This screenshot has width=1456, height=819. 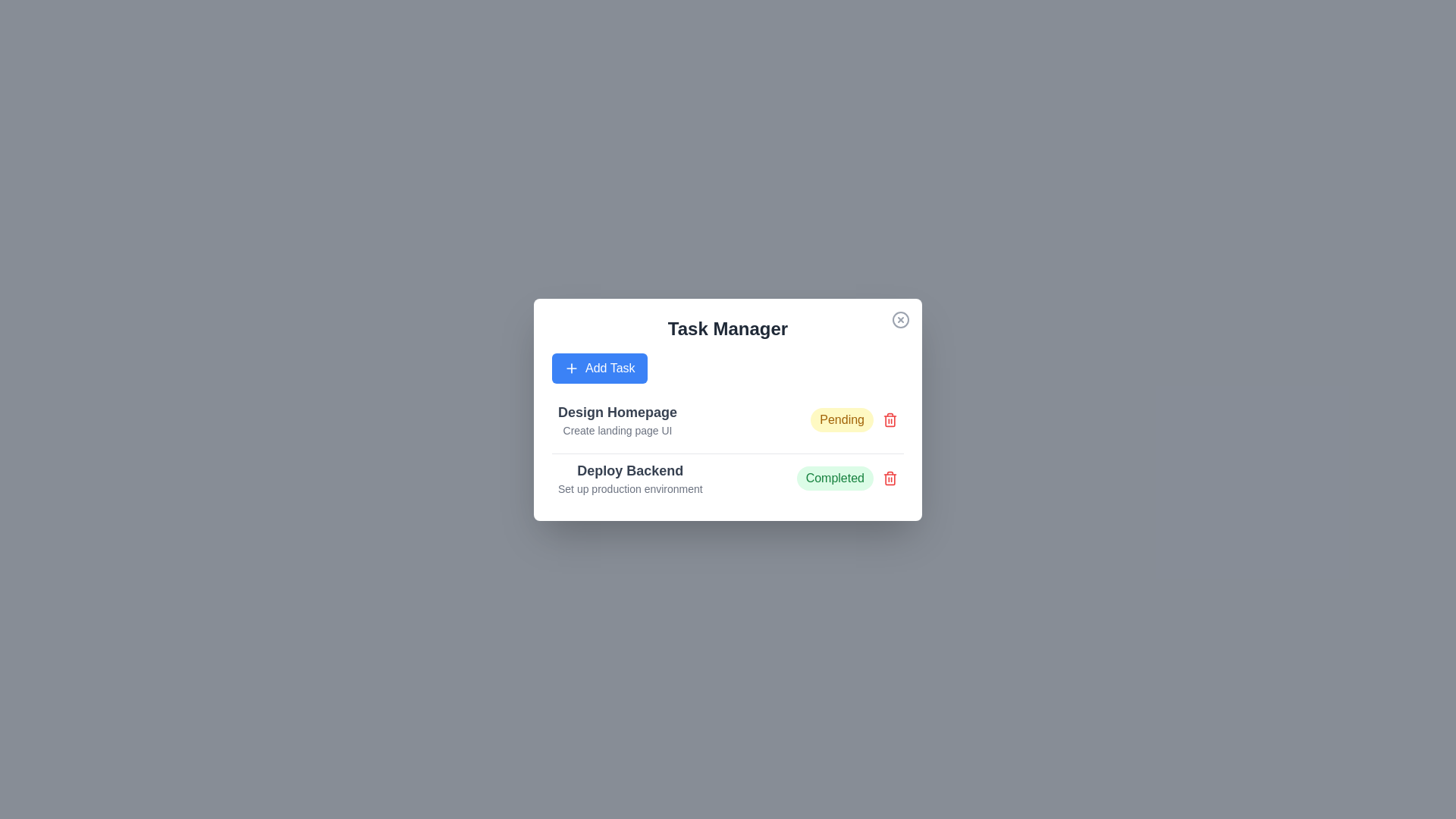 I want to click on the static text label displaying 'Set up production environment', which is located directly below the 'Deploy Backend' heading in the task management list, so click(x=630, y=488).